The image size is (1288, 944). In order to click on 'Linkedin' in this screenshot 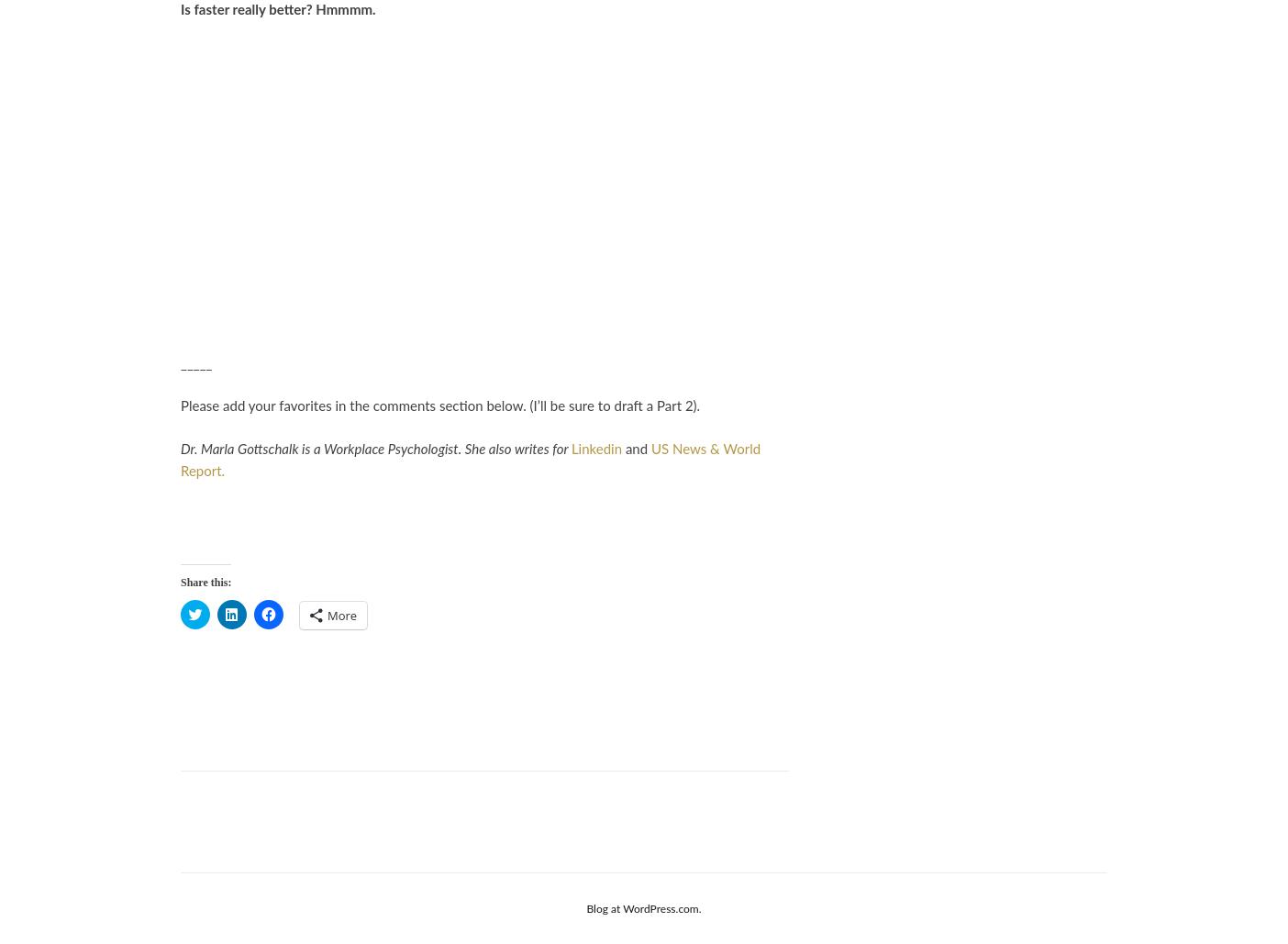, I will do `click(596, 449)`.